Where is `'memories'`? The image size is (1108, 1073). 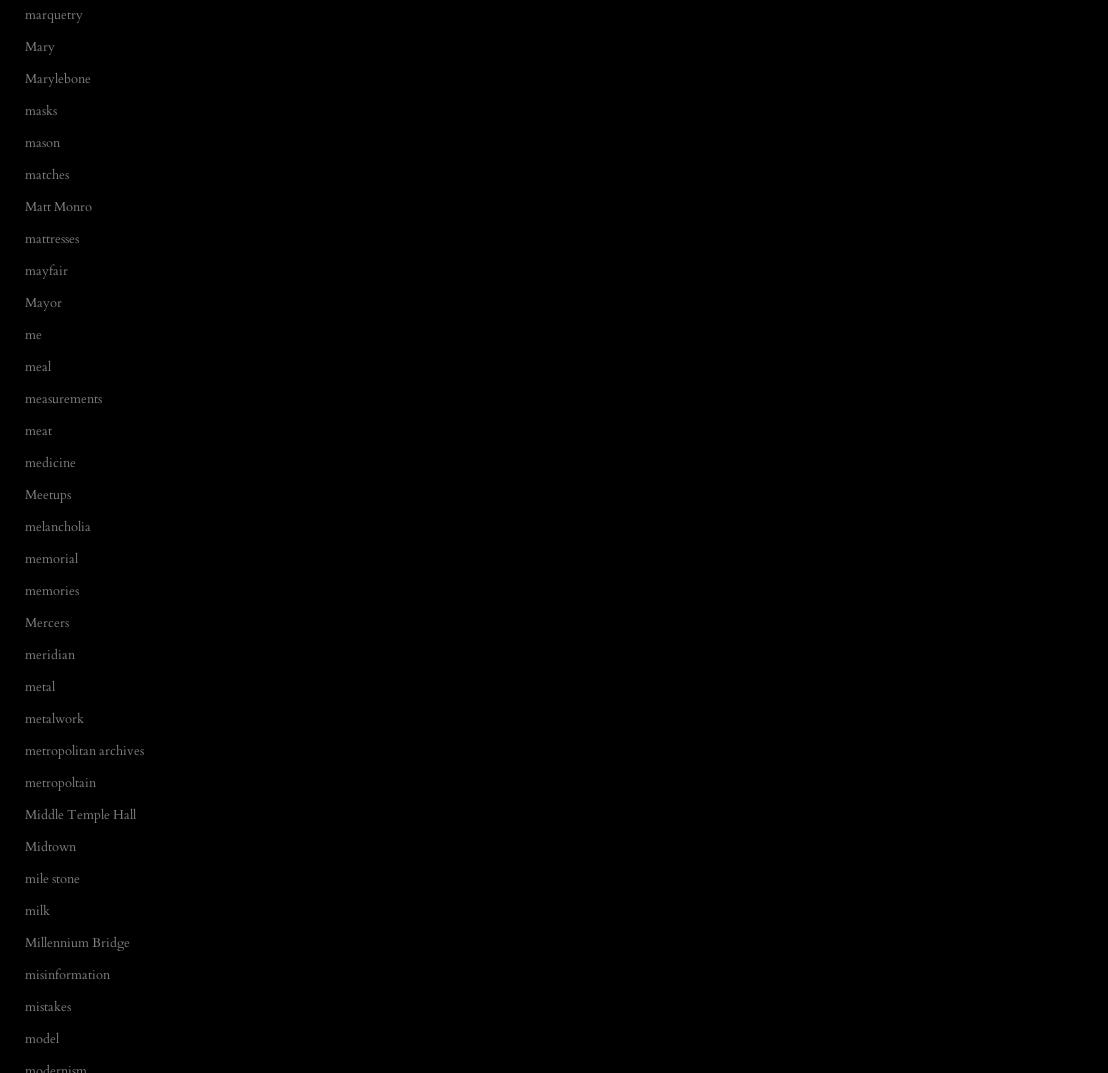
'memories' is located at coordinates (50, 590).